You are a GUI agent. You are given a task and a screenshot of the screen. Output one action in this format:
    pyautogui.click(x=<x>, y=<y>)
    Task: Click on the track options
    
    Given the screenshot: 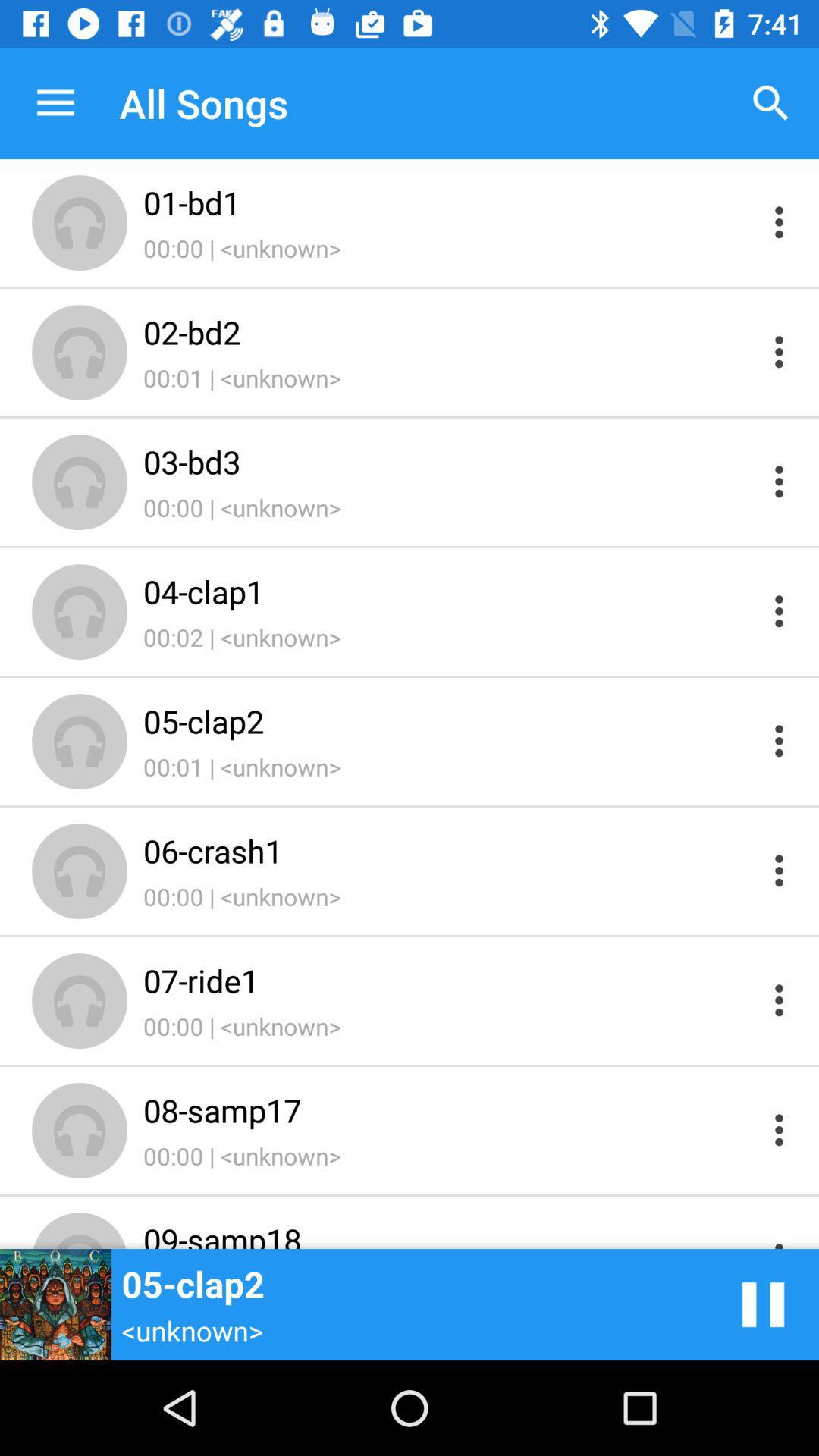 What is the action you would take?
    pyautogui.click(x=779, y=1000)
    